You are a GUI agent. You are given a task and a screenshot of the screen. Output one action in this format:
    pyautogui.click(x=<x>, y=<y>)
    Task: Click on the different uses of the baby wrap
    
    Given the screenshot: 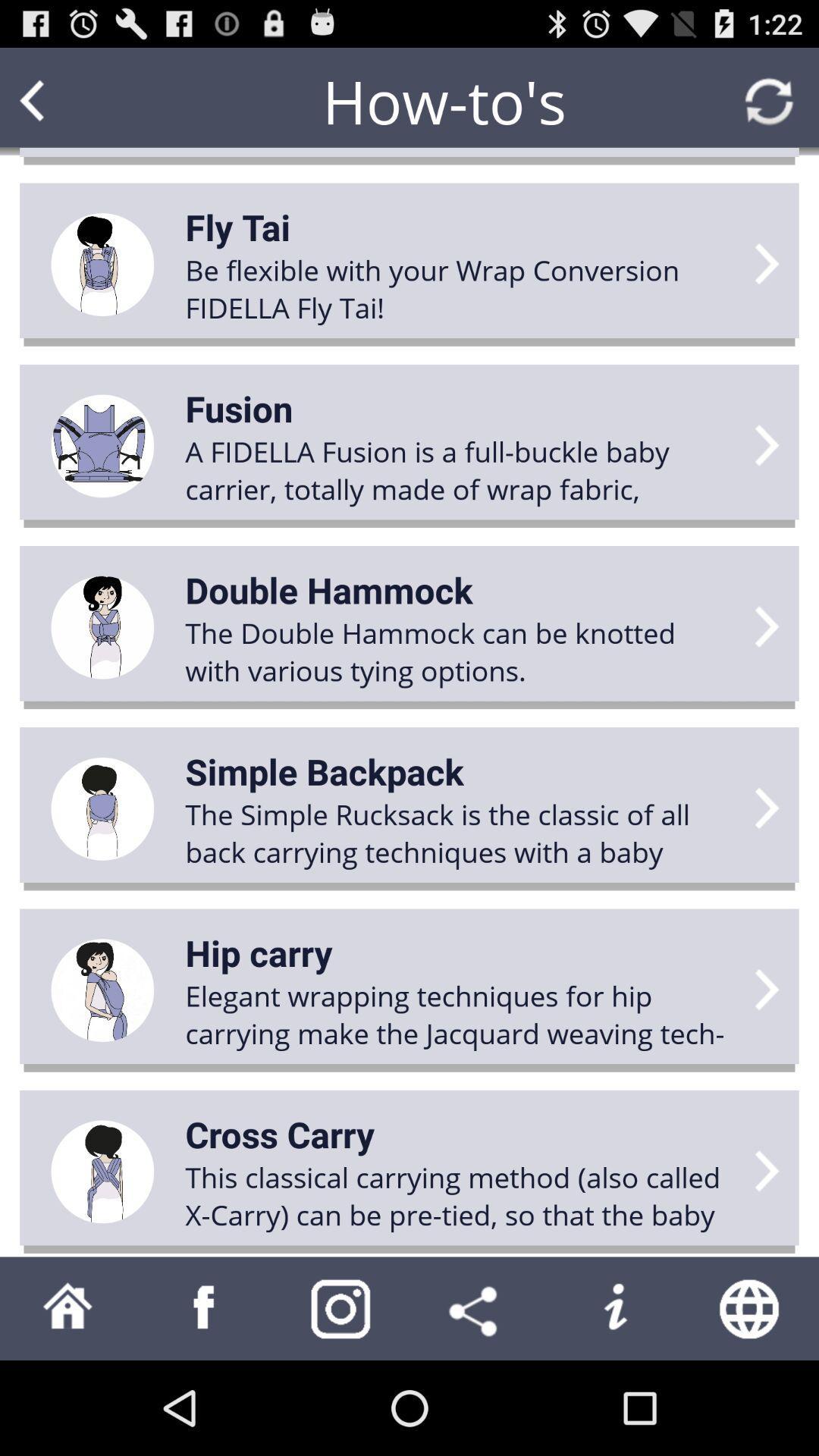 What is the action you would take?
    pyautogui.click(x=205, y=1307)
    